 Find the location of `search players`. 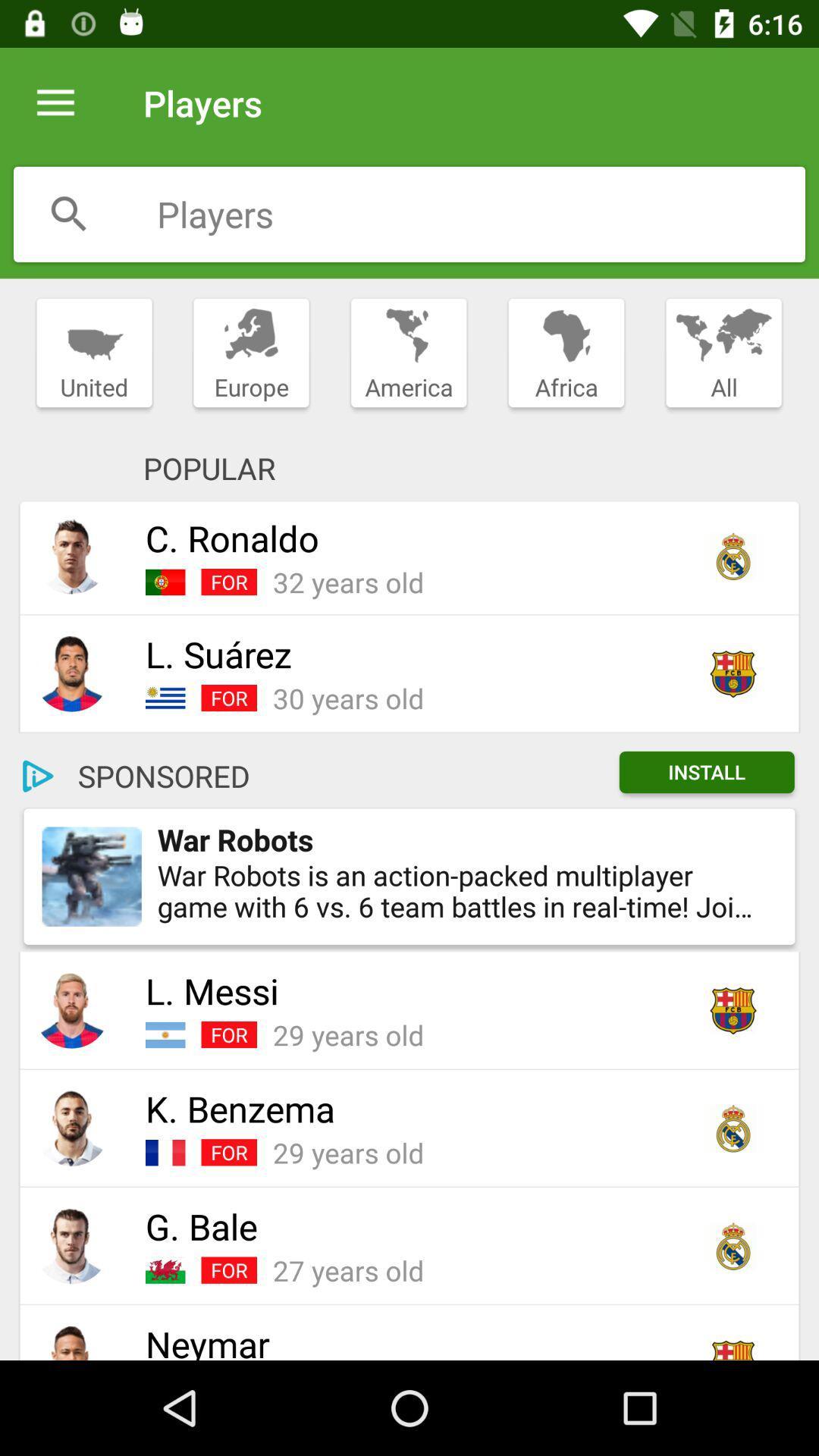

search players is located at coordinates (481, 213).